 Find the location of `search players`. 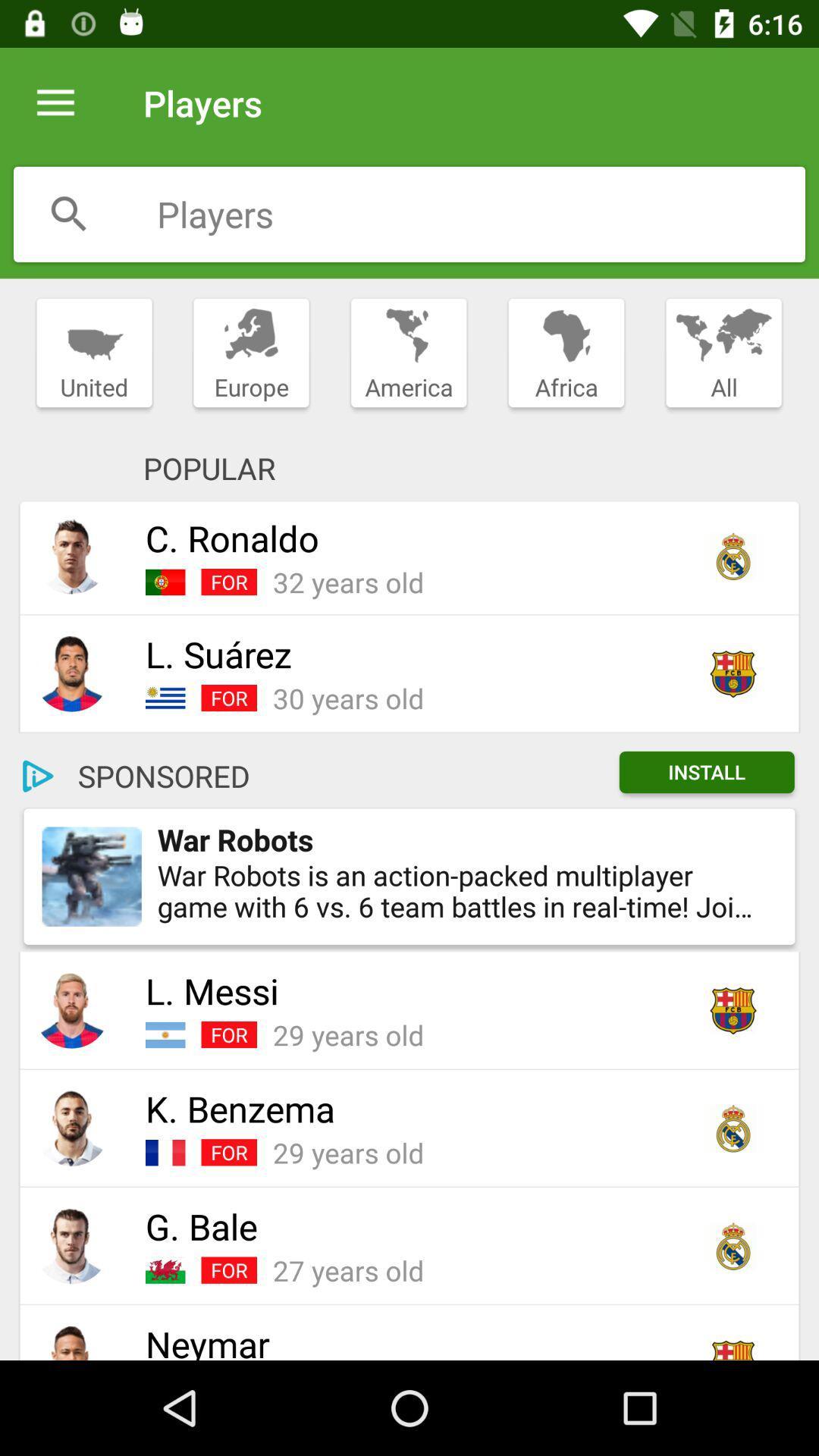

search players is located at coordinates (481, 213).